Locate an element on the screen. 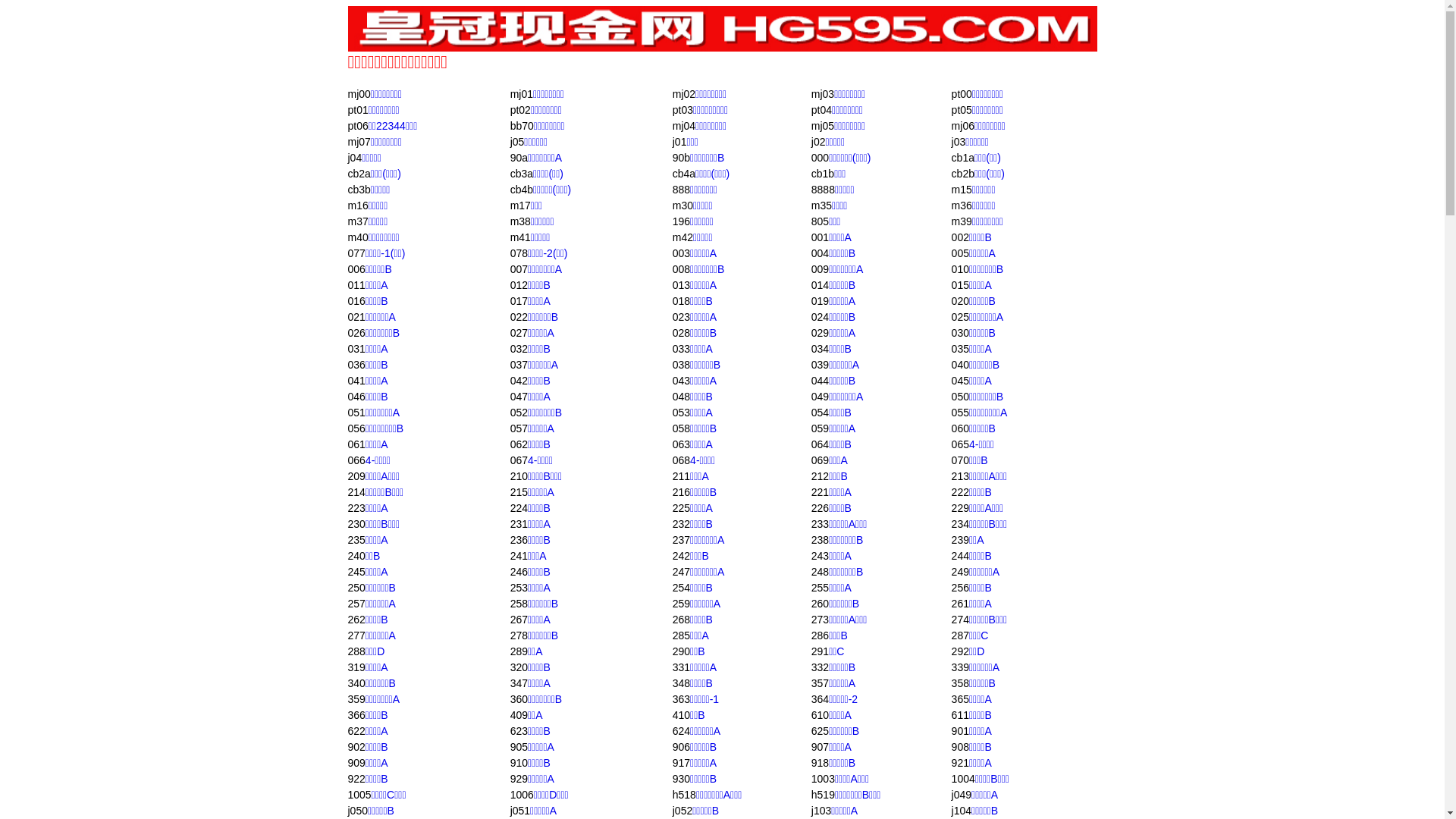  '067' is located at coordinates (519, 459).